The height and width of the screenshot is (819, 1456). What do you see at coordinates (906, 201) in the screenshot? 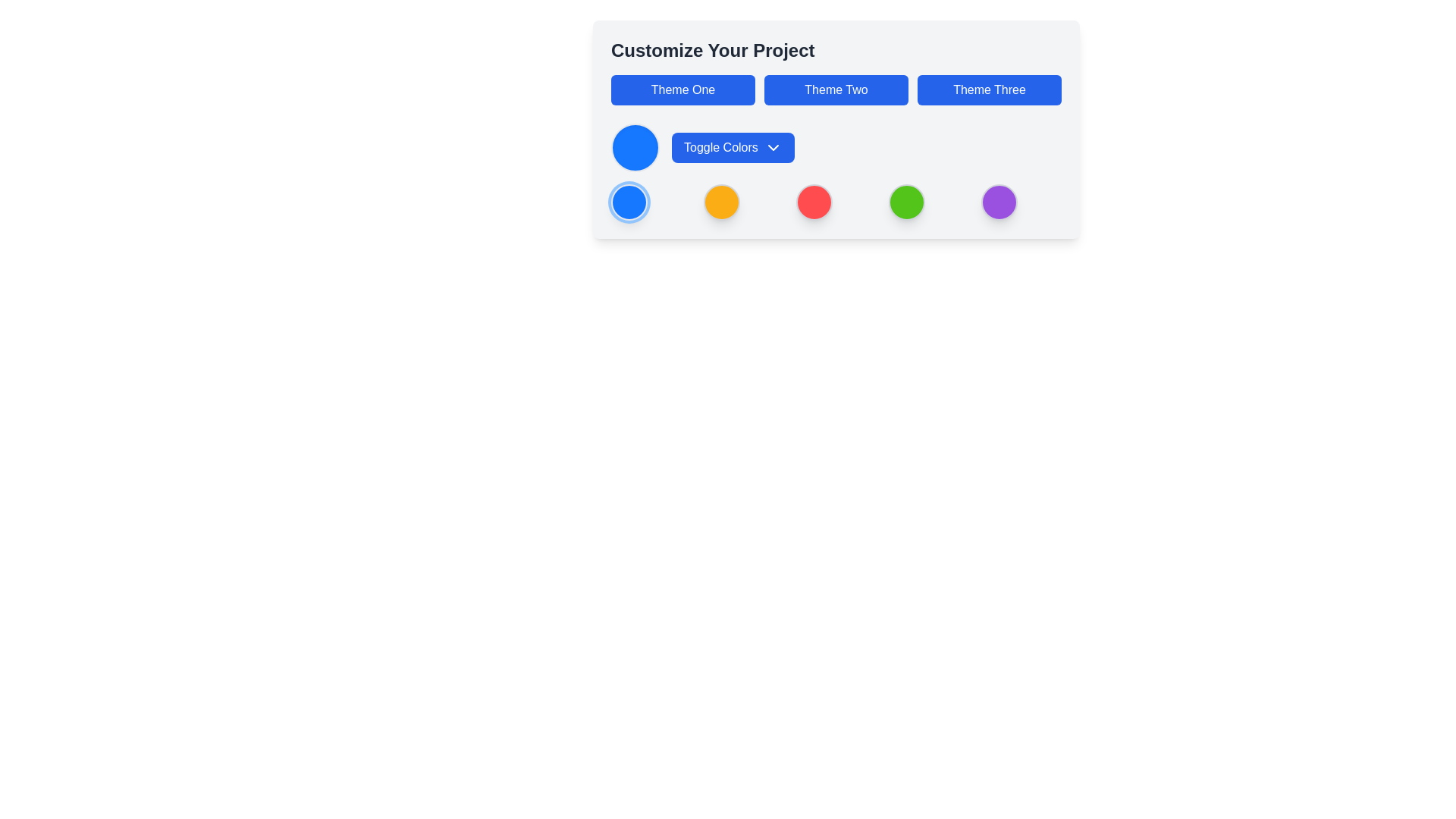
I see `the fourth circular button with a green background located below the 'Toggle Colors' dropdown menu` at bounding box center [906, 201].